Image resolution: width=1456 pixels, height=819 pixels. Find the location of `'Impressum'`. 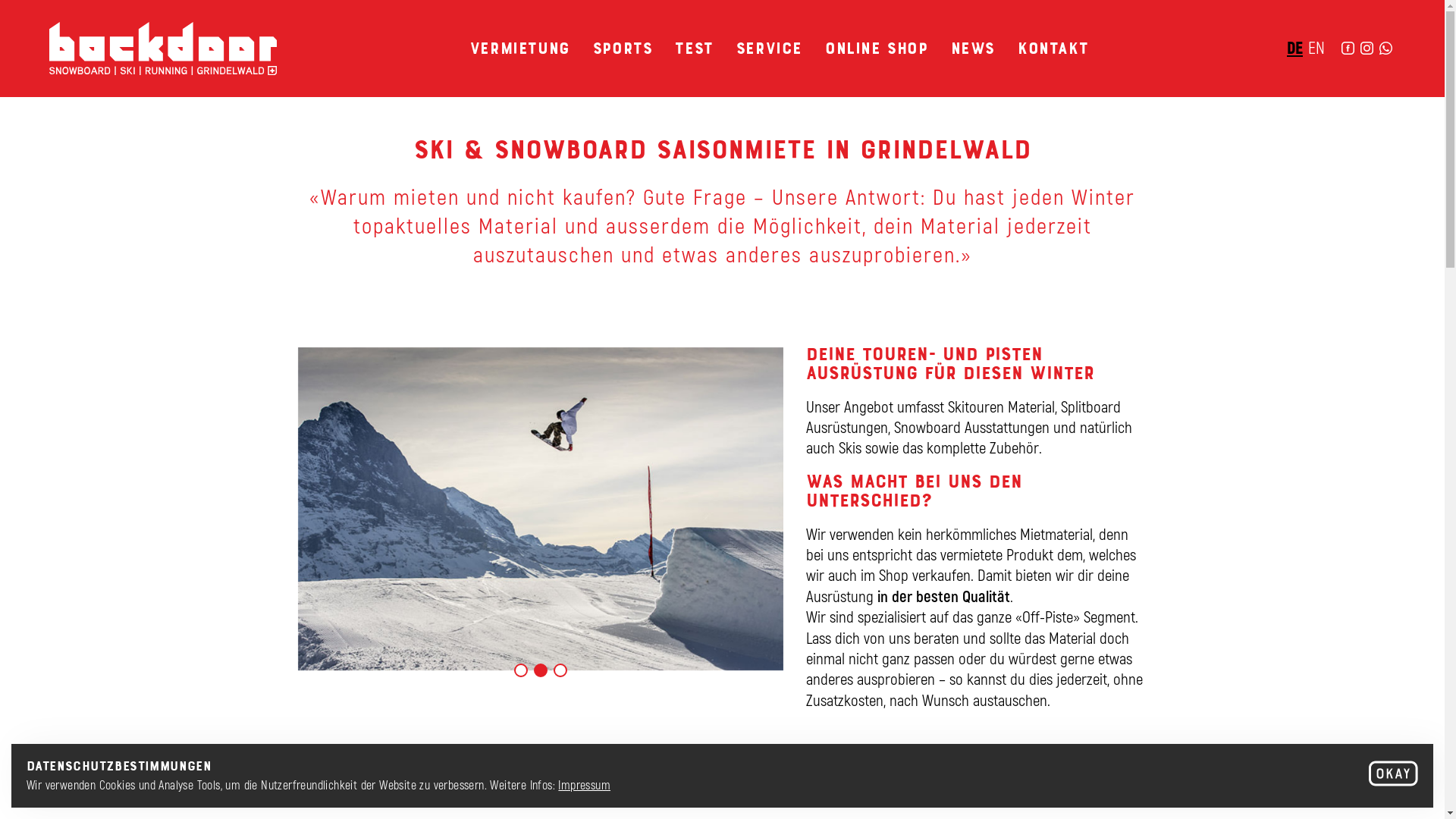

'Impressum' is located at coordinates (583, 784).